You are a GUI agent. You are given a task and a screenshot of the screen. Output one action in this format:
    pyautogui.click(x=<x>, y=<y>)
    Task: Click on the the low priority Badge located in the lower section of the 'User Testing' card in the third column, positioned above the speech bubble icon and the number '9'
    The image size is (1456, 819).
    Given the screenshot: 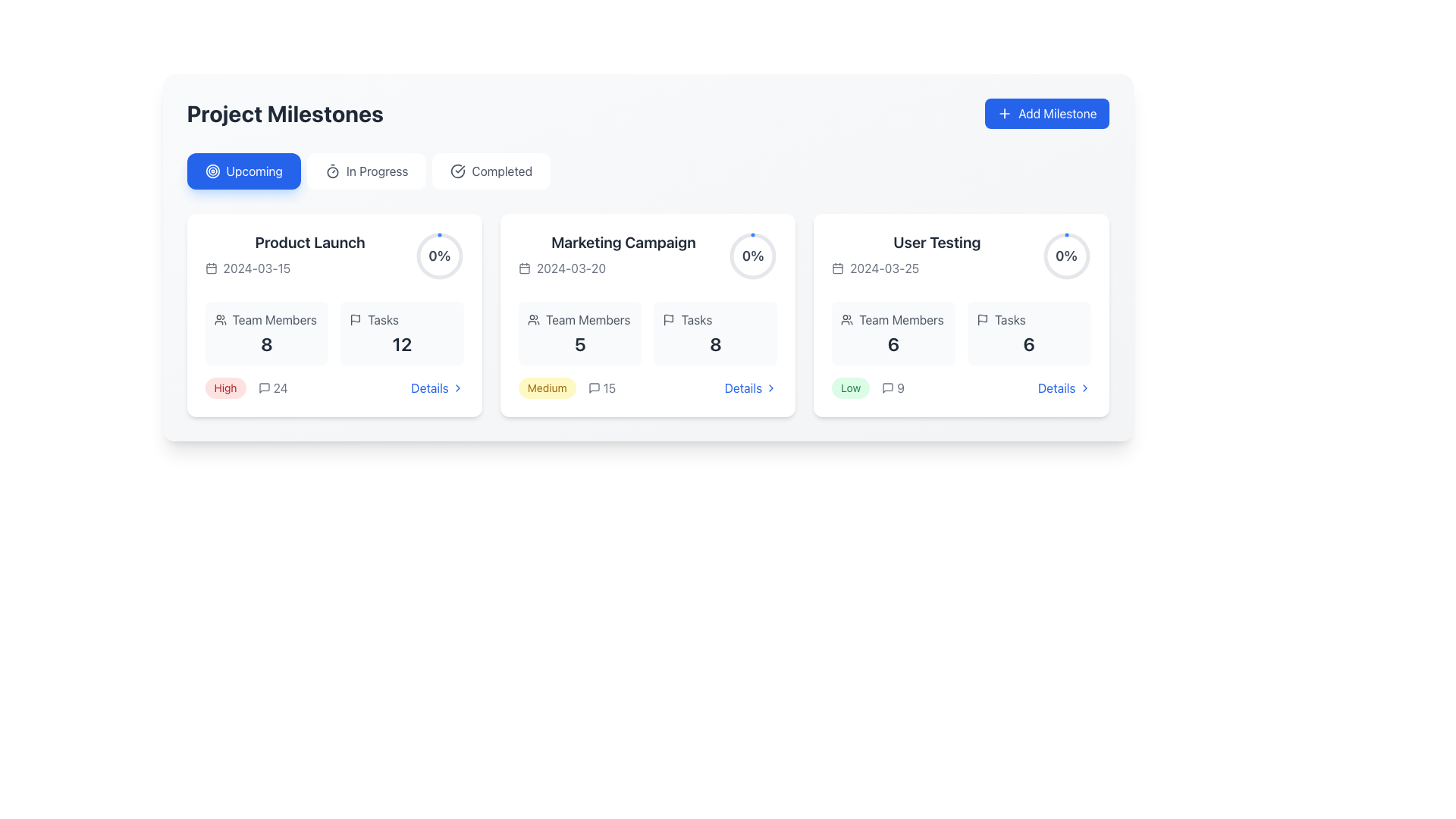 What is the action you would take?
    pyautogui.click(x=851, y=388)
    